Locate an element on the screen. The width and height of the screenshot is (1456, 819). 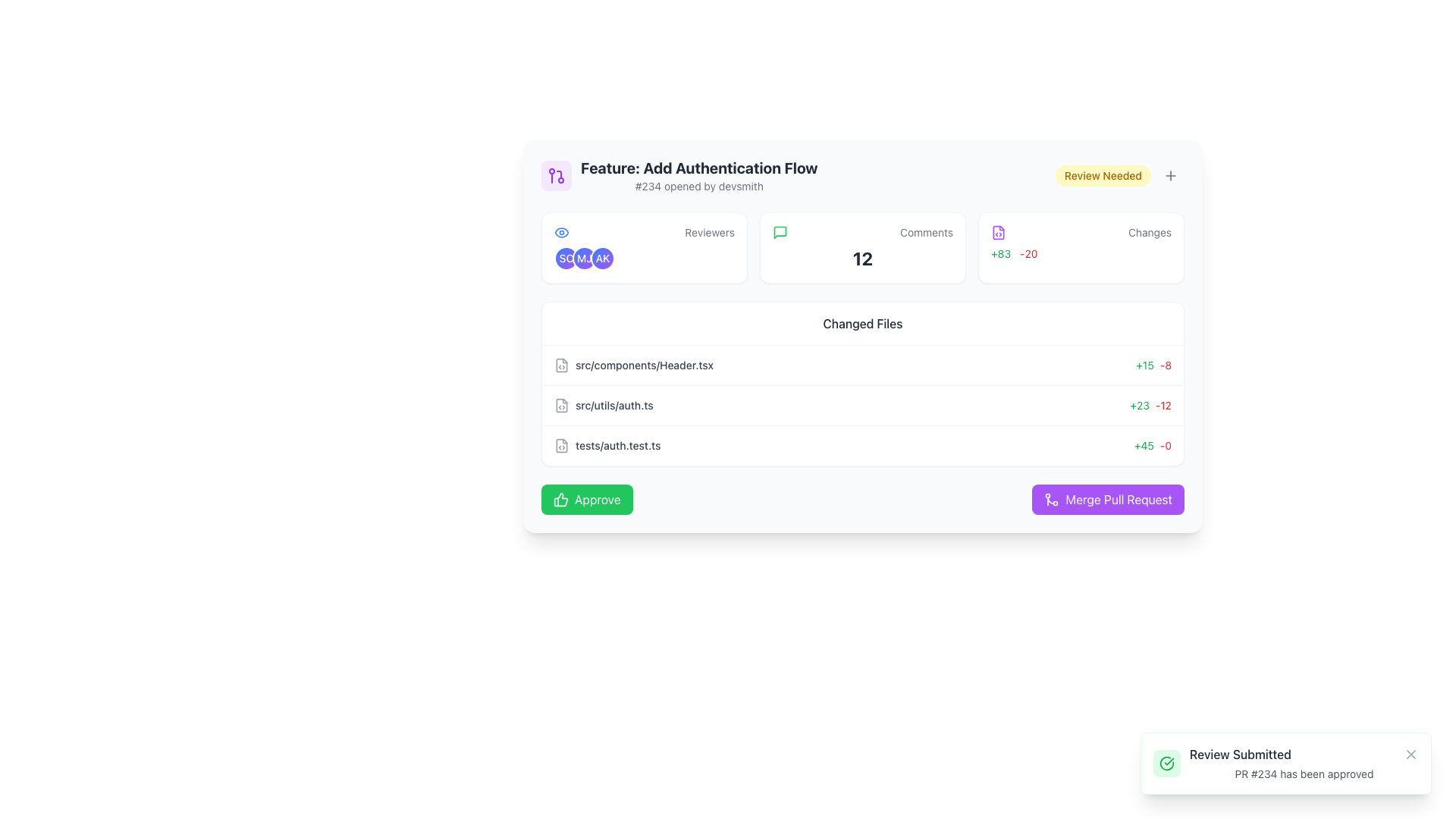
the text label that notifies the user of a successfully submitted review, located in the bottom-right corner of the interface, positioned to the left of the close button is located at coordinates (1240, 755).